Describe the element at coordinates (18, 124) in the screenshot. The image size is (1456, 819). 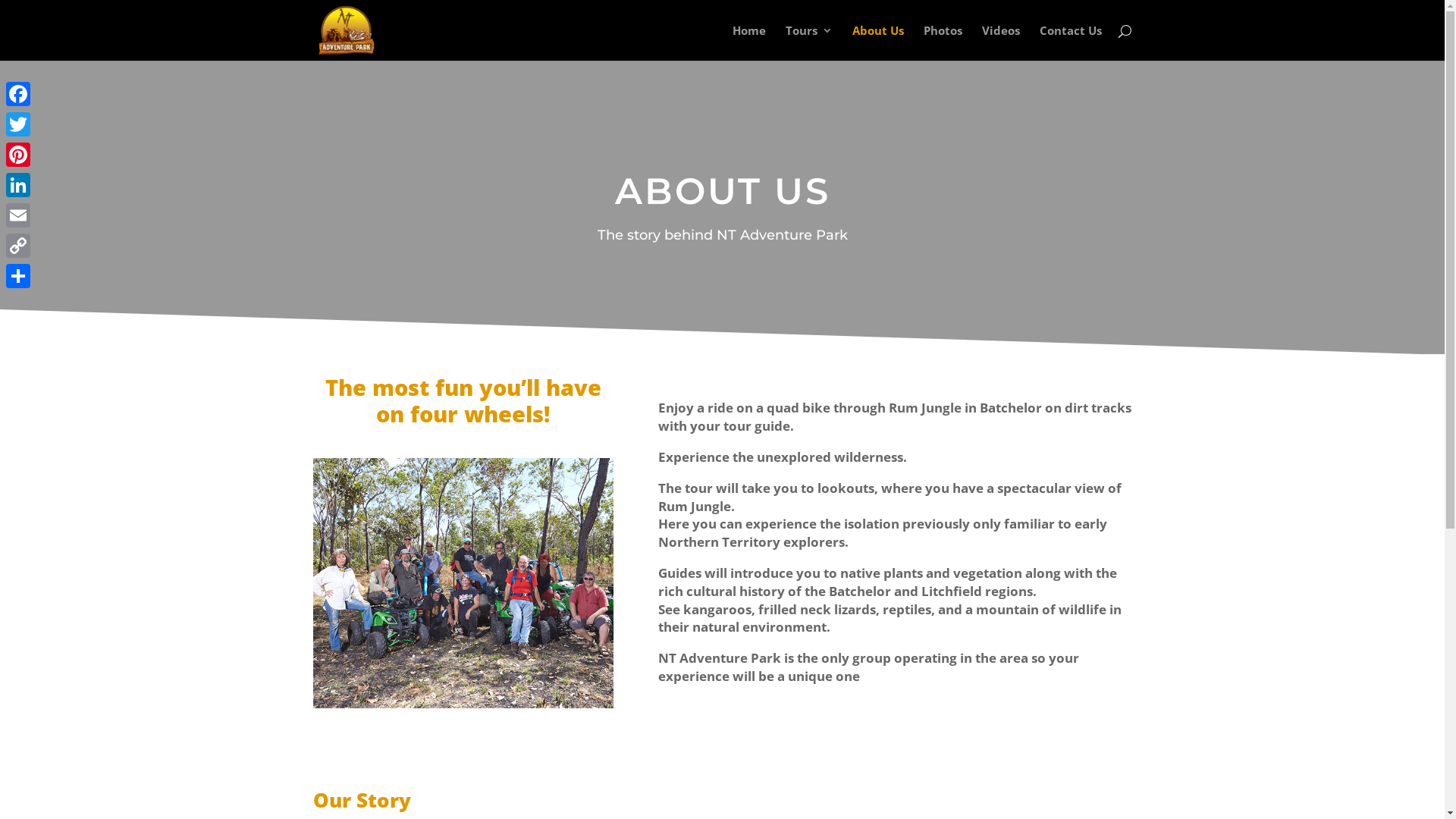
I see `'Twitter'` at that location.